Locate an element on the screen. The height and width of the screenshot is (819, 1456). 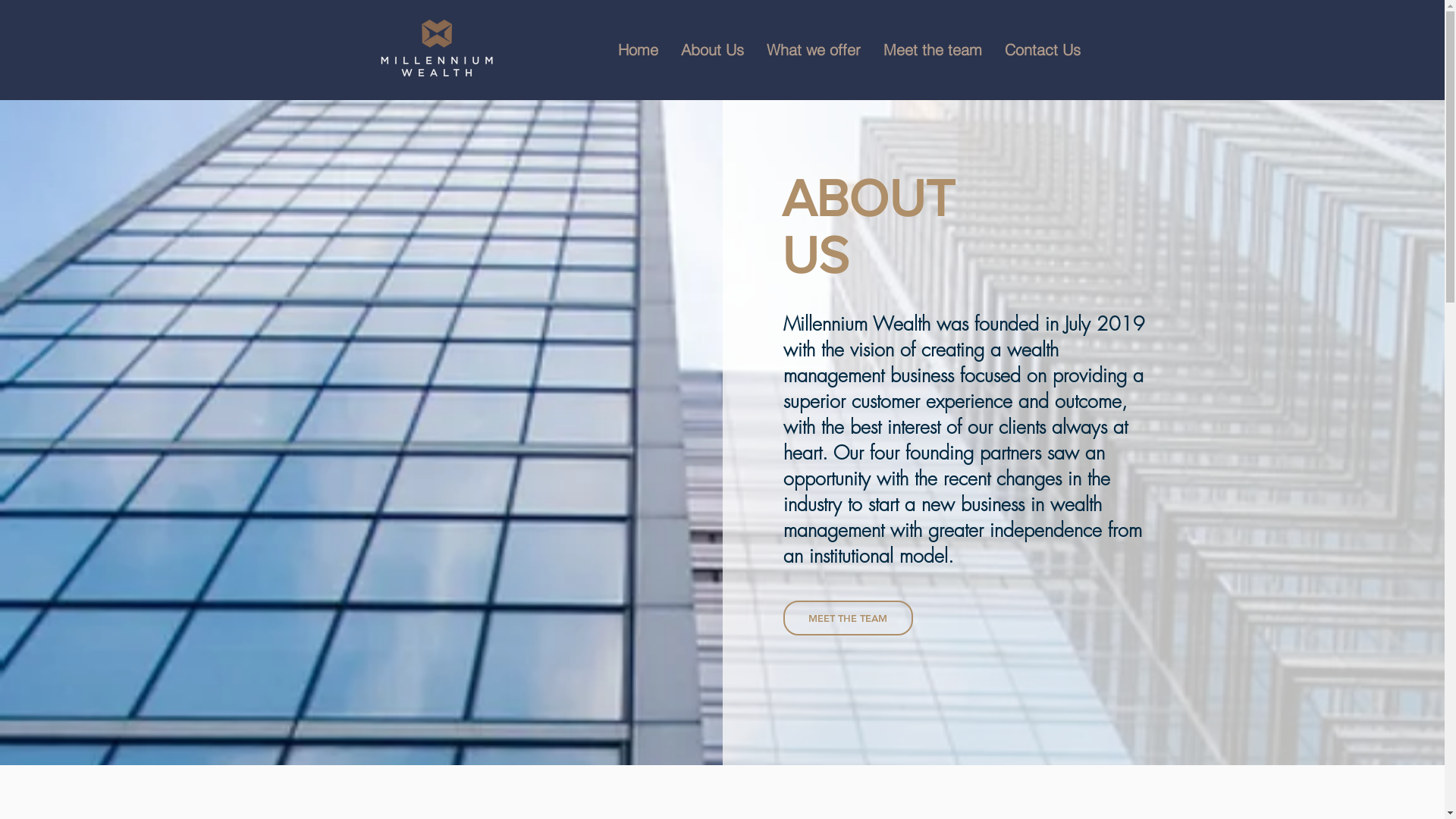
'About Us' is located at coordinates (711, 49).